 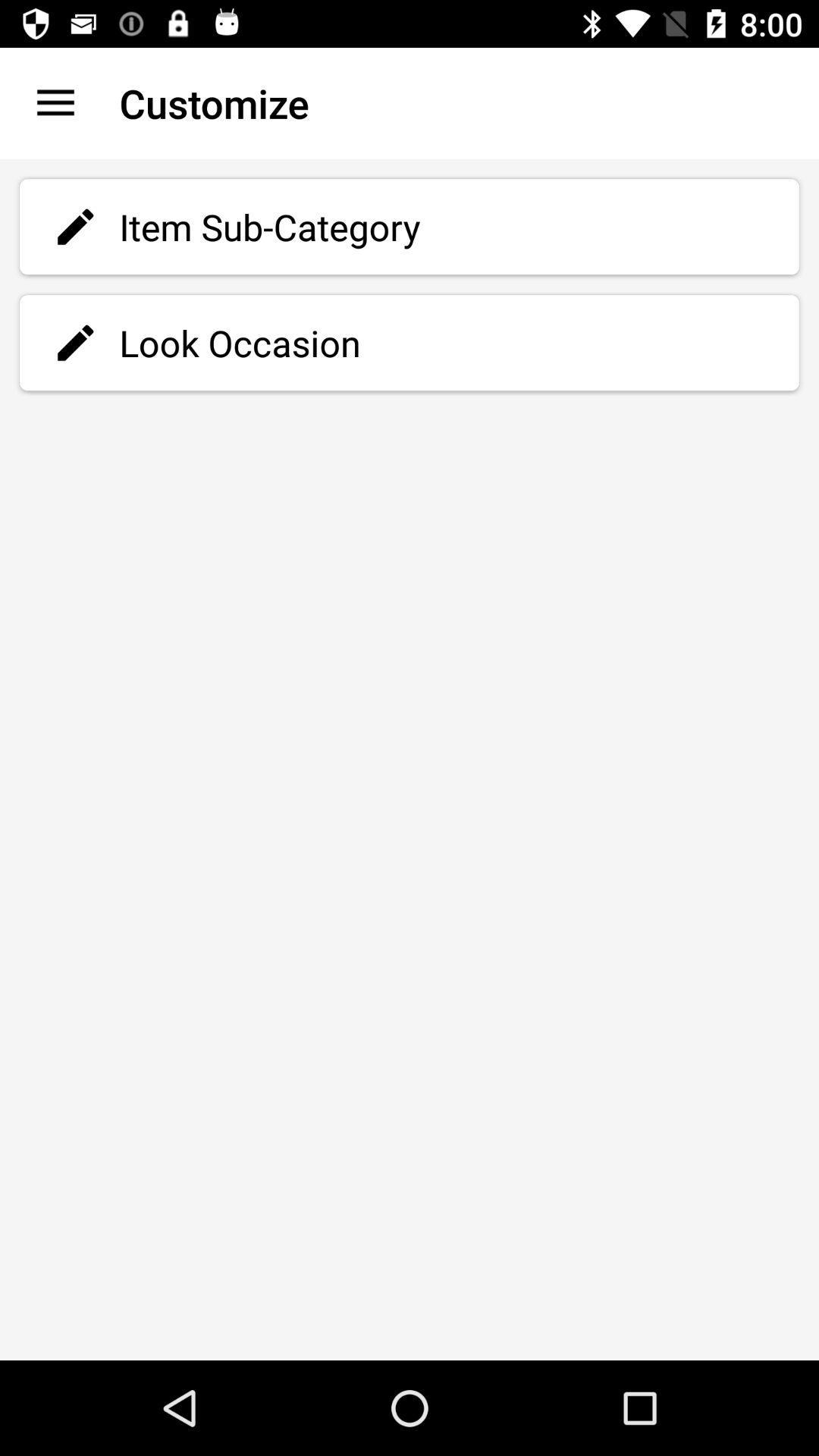 What do you see at coordinates (55, 102) in the screenshot?
I see `icon next to the customize icon` at bounding box center [55, 102].